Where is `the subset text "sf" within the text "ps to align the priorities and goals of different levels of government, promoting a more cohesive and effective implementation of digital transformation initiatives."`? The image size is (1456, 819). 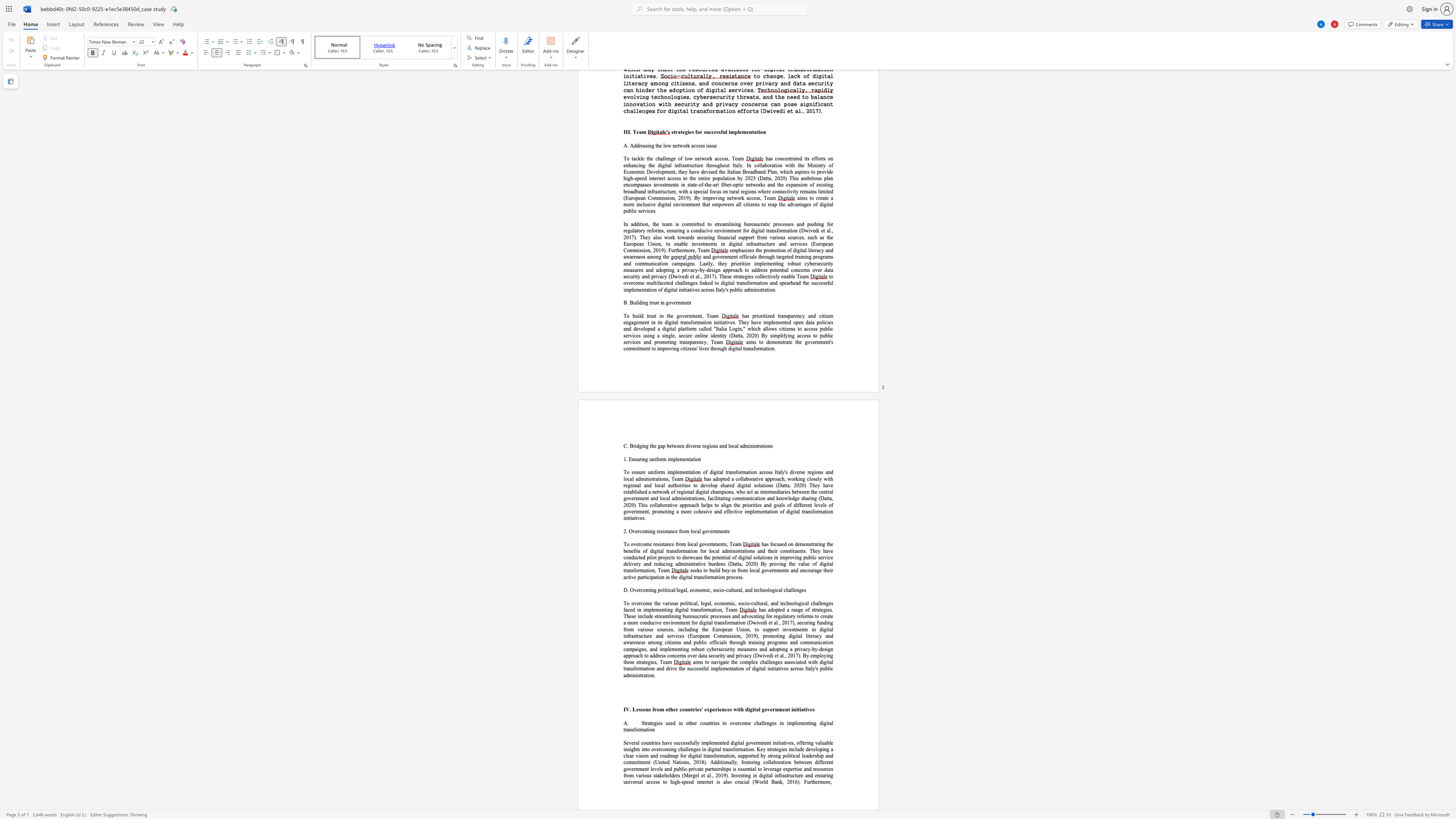 the subset text "sf" within the text "ps to align the priorities and goals of different levels of government, promoting a more cohesive and effective implementation of digital transformation initiatives." is located at coordinates (809, 511).